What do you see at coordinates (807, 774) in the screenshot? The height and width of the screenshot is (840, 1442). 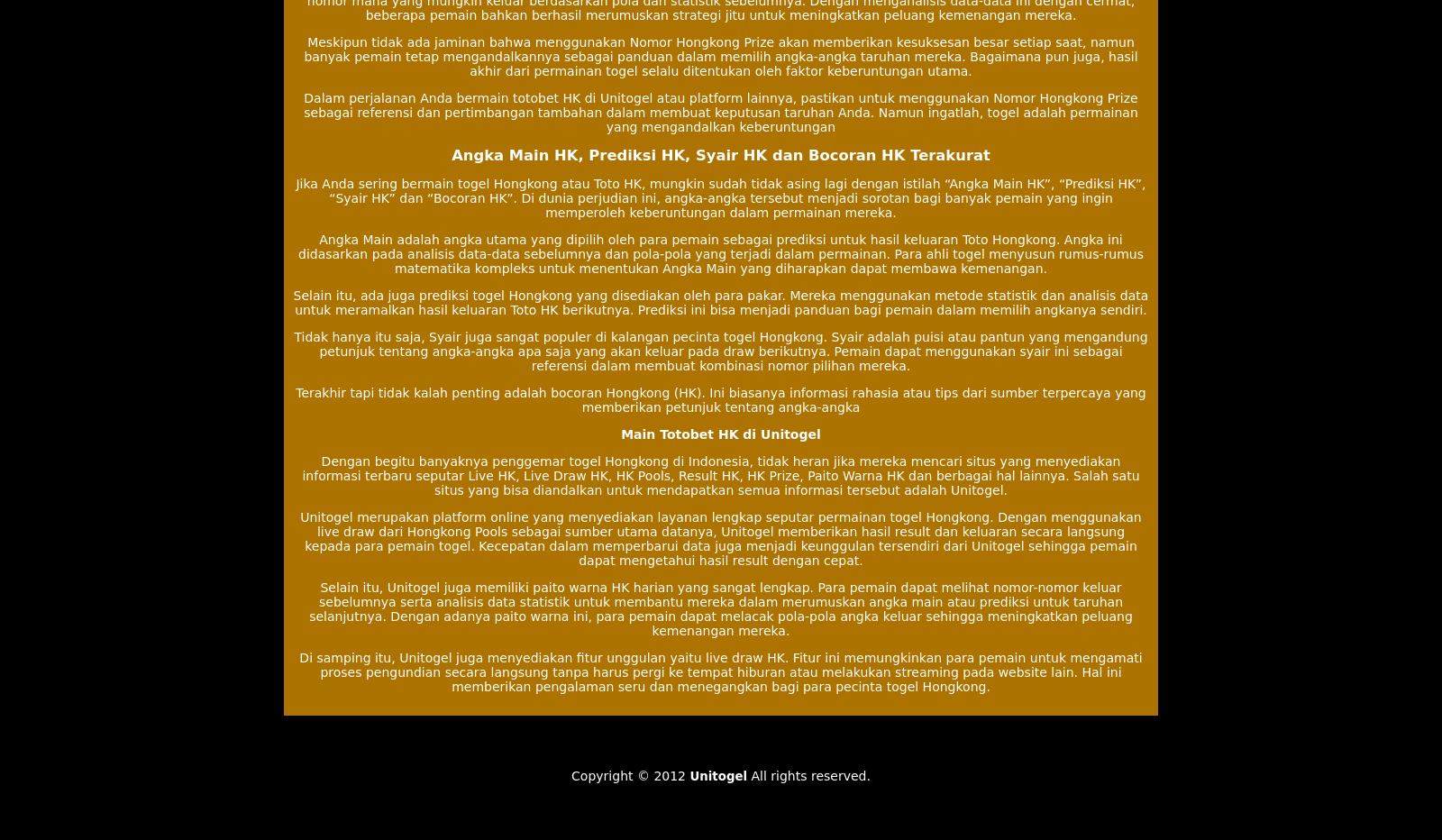 I see `'All rights reserved.'` at bounding box center [807, 774].